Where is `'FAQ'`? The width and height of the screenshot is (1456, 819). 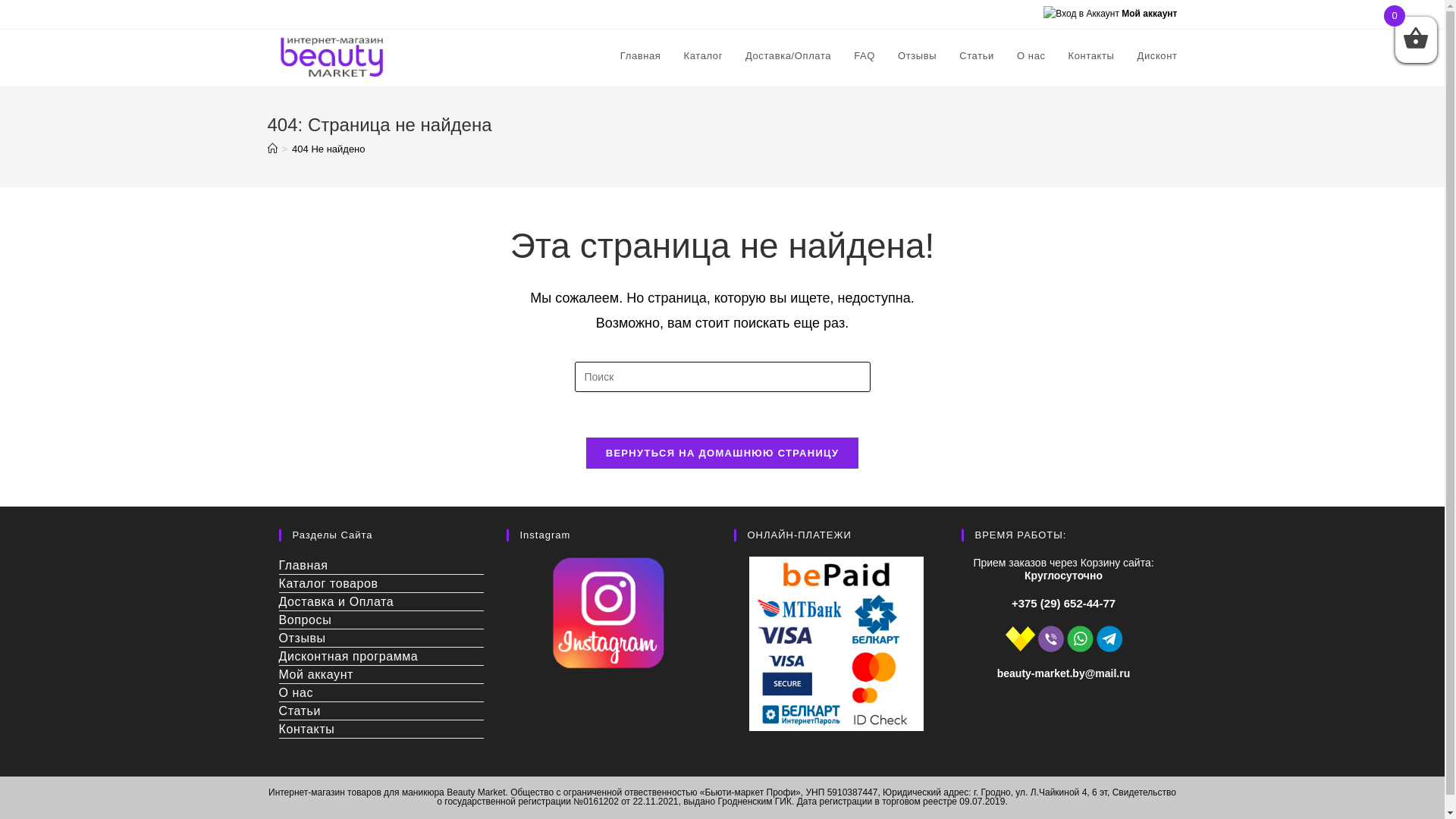
'FAQ' is located at coordinates (841, 55).